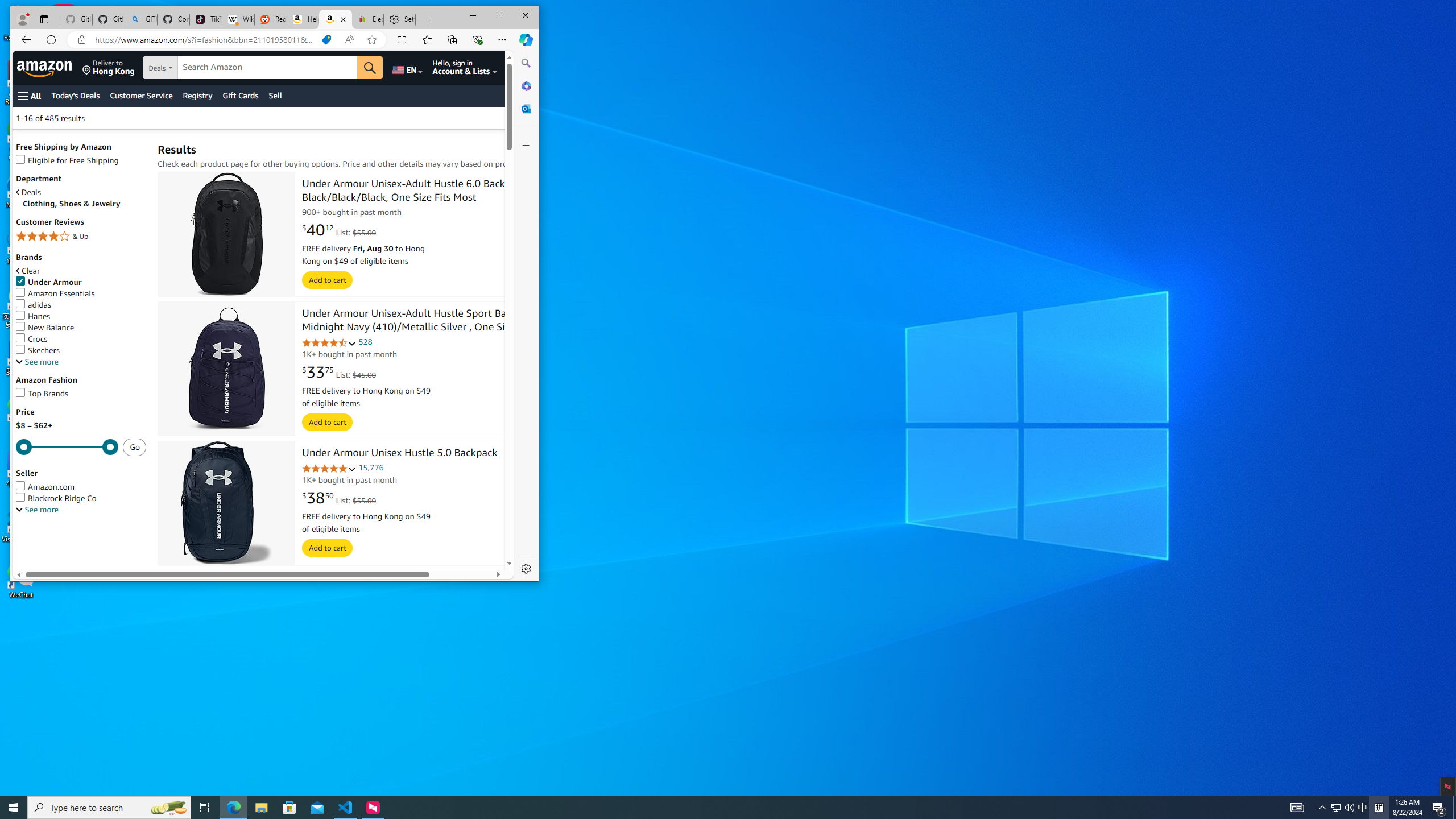  What do you see at coordinates (32, 316) in the screenshot?
I see `'Hanes'` at bounding box center [32, 316].